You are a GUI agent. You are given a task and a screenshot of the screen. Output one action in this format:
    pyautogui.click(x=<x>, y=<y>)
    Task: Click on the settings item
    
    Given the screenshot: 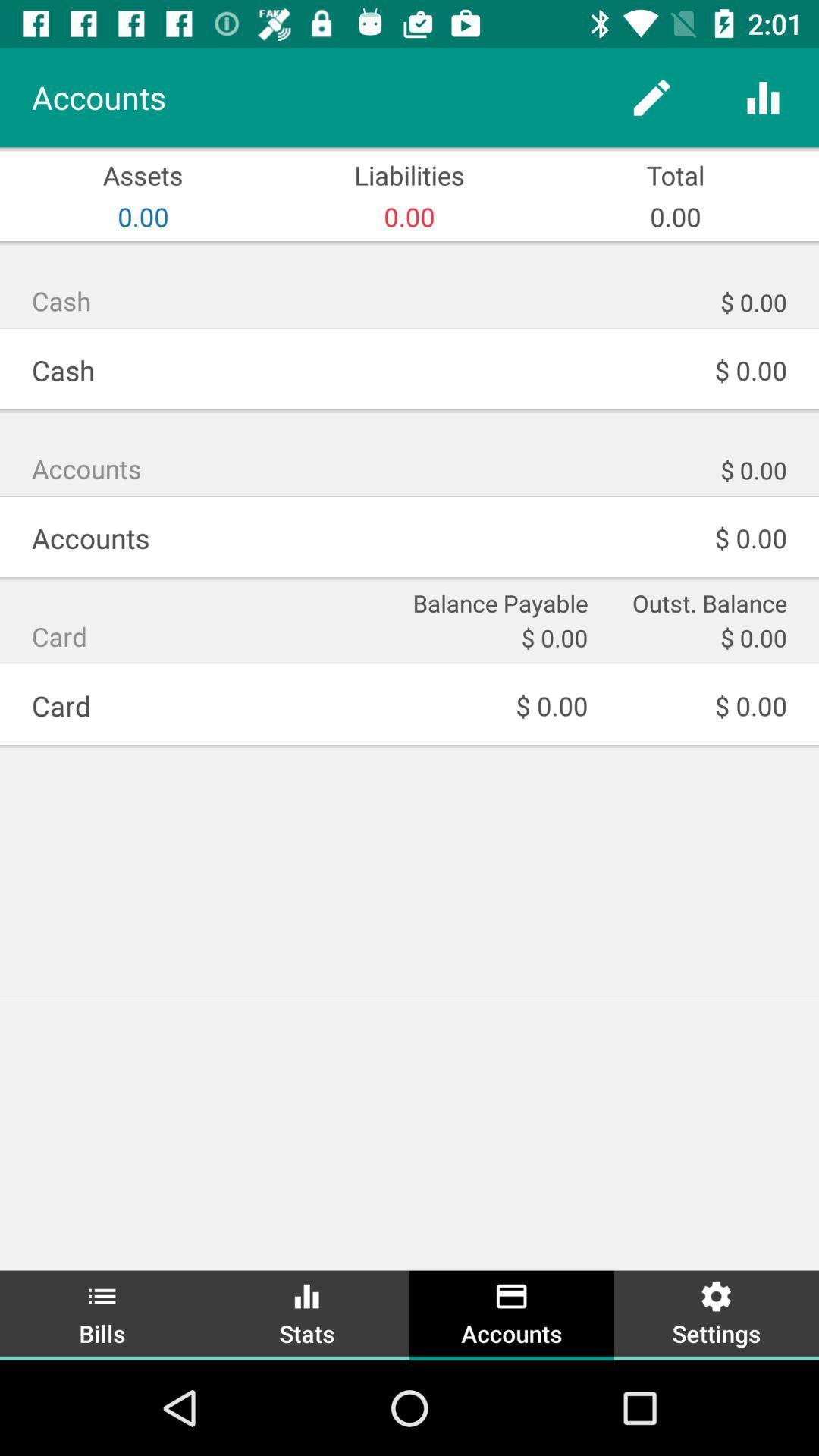 What is the action you would take?
    pyautogui.click(x=717, y=1313)
    